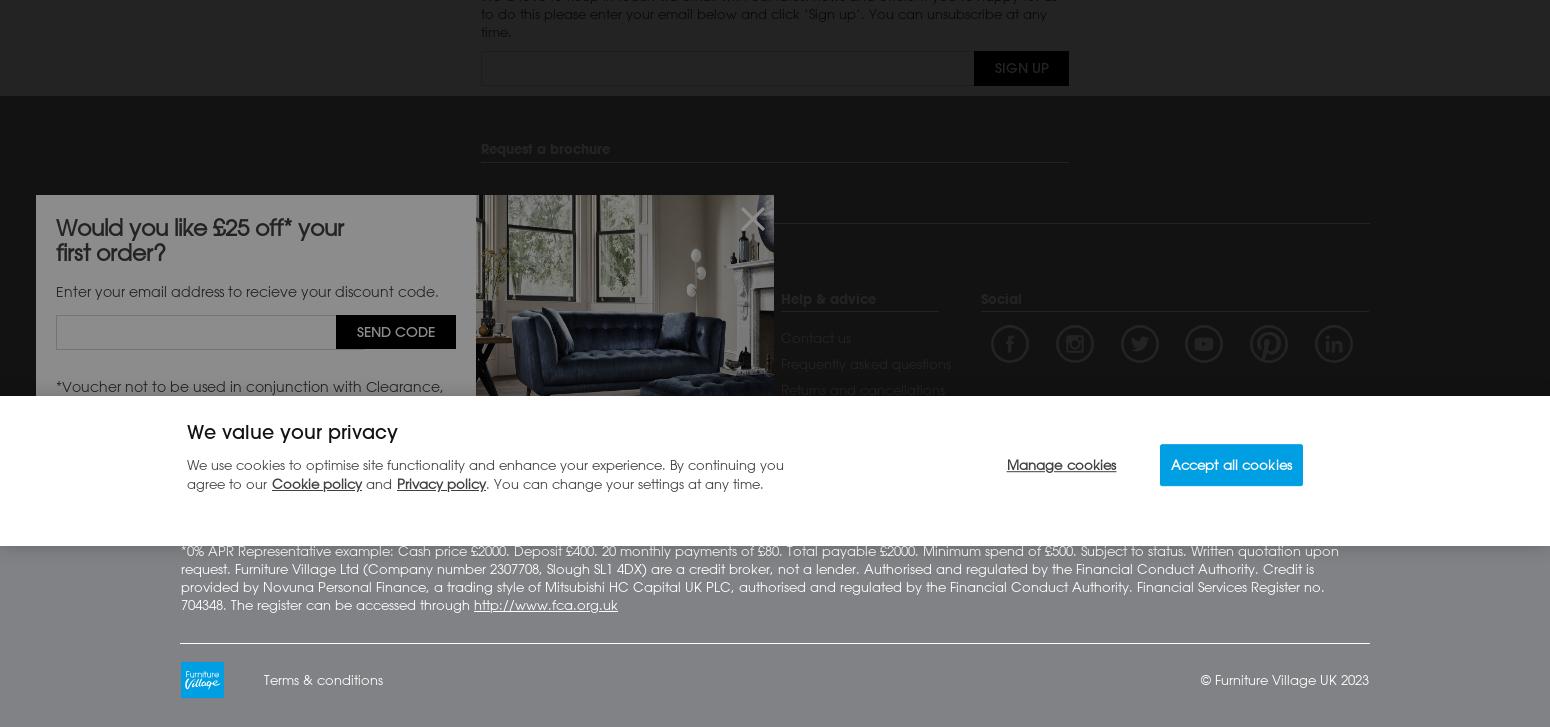 Image resolution: width=1550 pixels, height=727 pixels. What do you see at coordinates (180, 439) in the screenshot?
I see `'Sustainability'` at bounding box center [180, 439].